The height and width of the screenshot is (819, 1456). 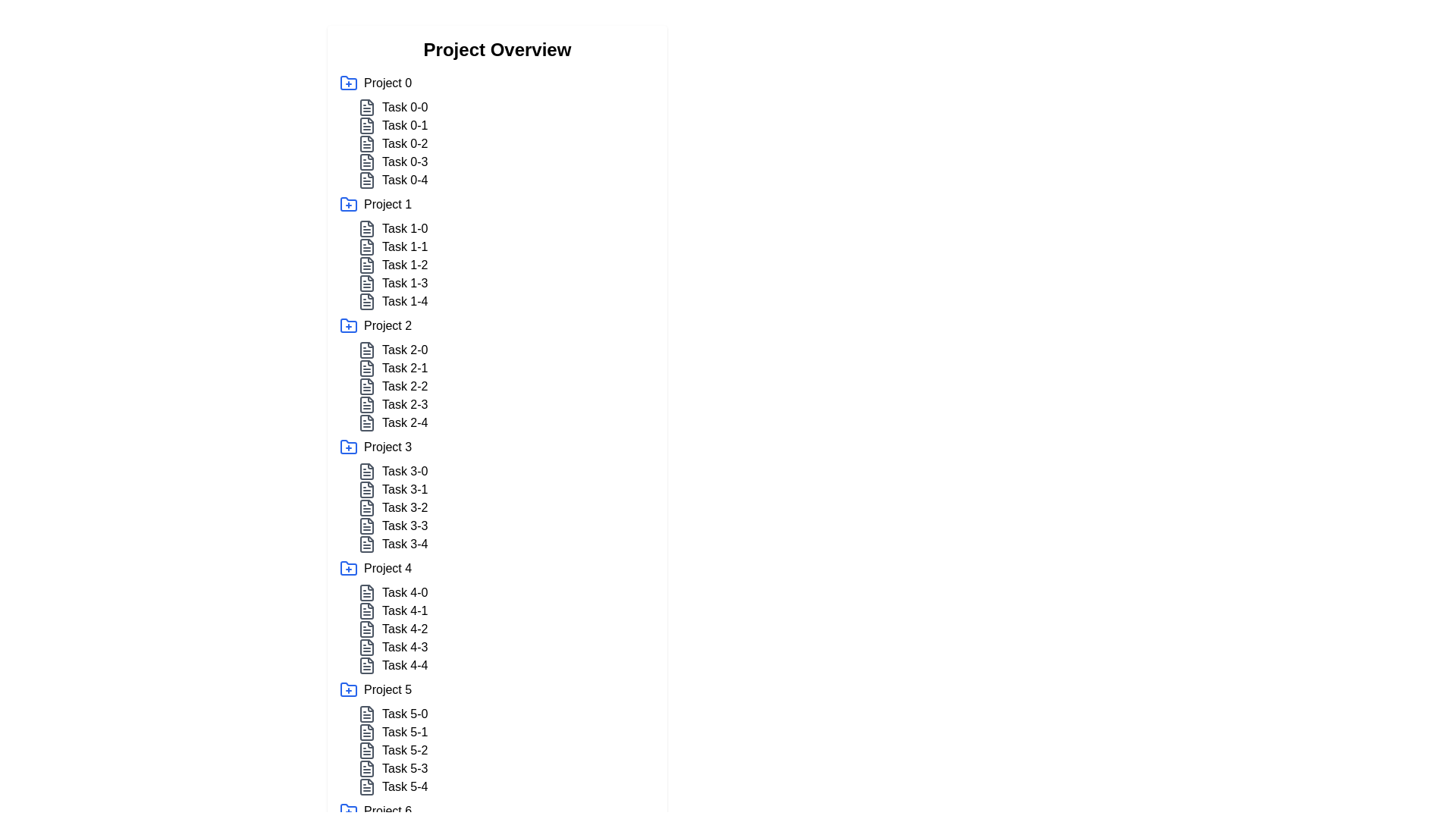 I want to click on the Static Text Label for 'Task 1-1' in the project overview interface, which is positioned between 'Task 1-0' and 'Task 1-2', so click(x=405, y=246).